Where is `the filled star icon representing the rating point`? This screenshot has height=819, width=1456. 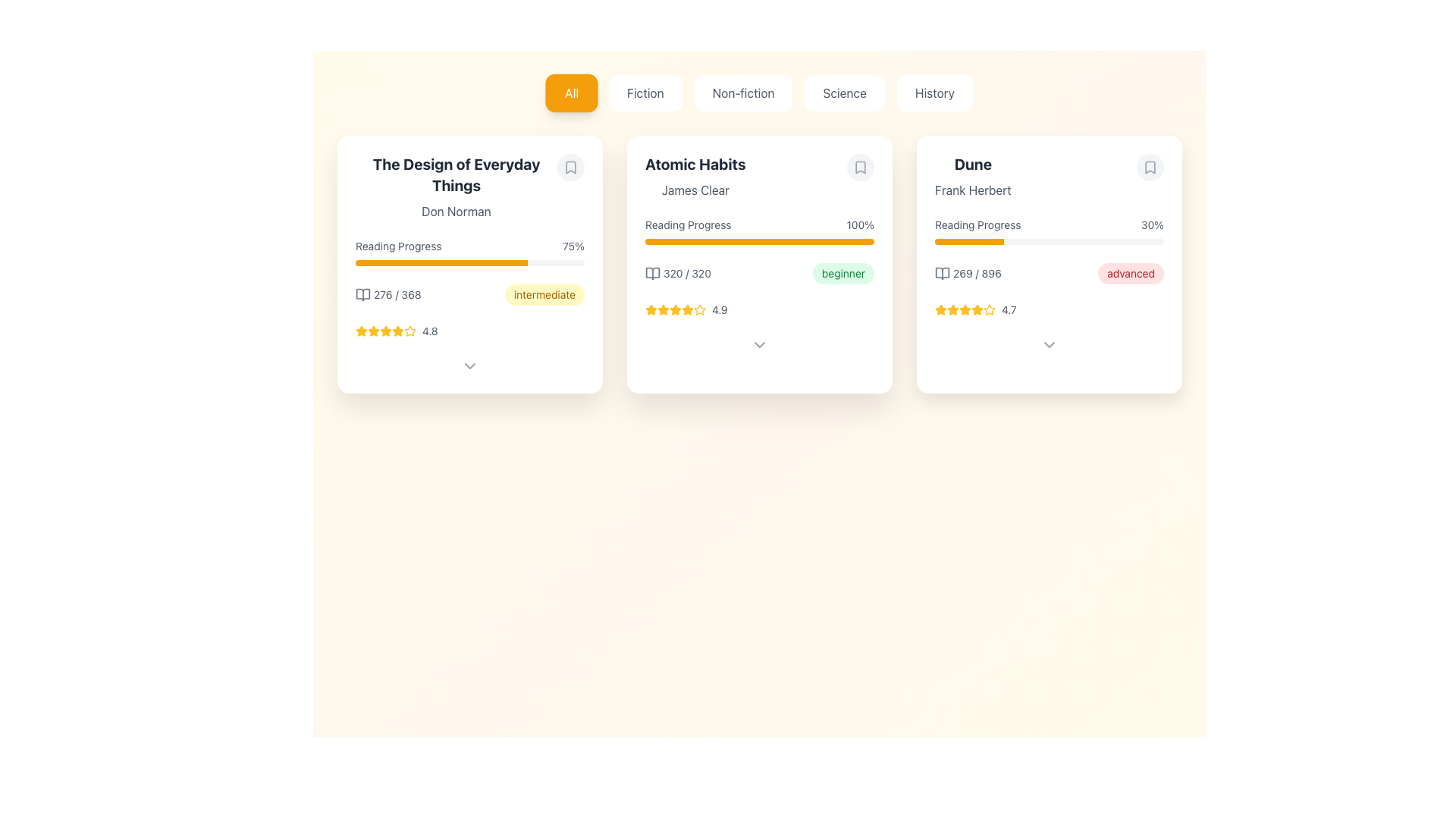 the filled star icon representing the rating point is located at coordinates (673, 309).